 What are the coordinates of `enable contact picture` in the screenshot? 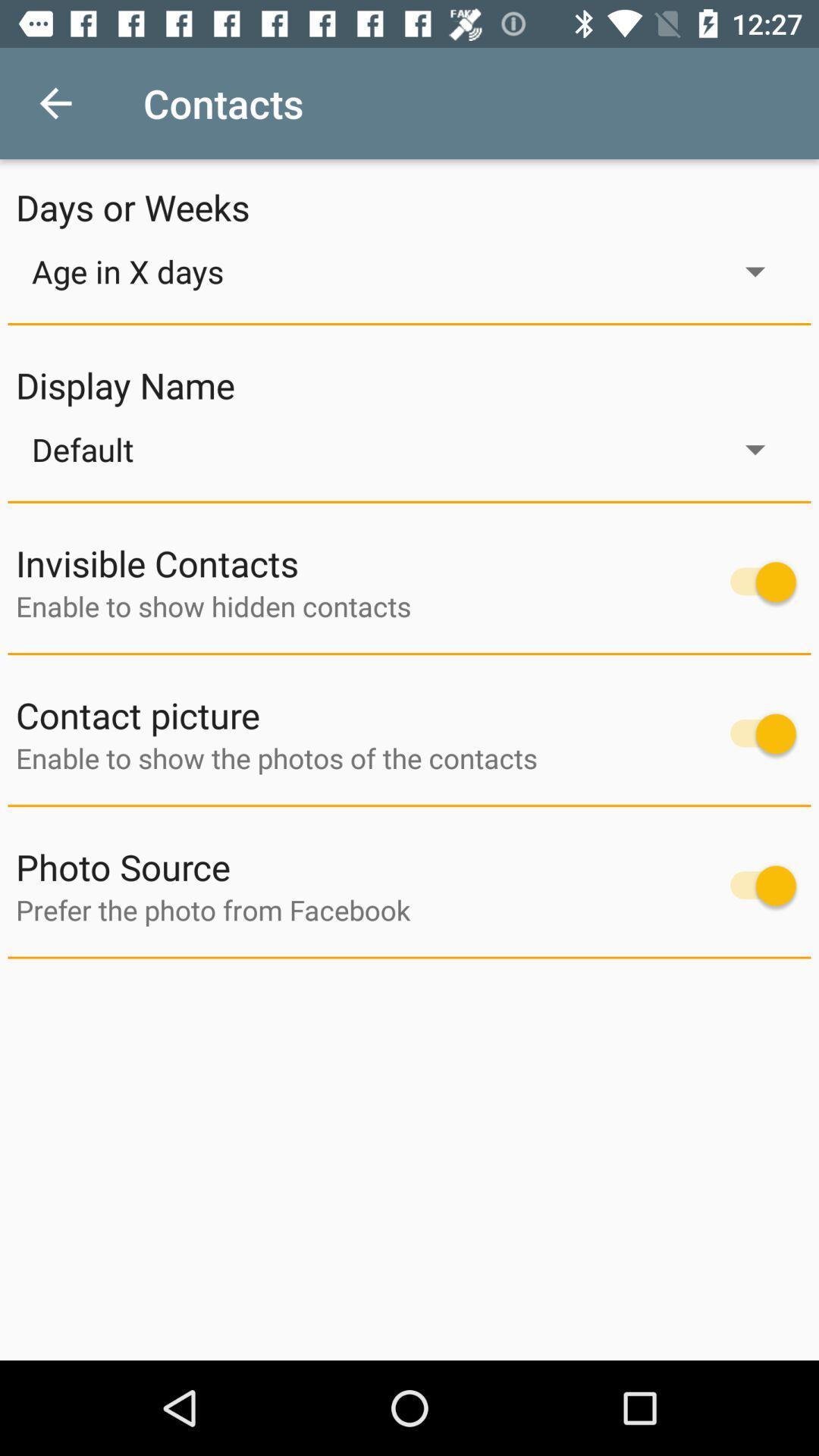 It's located at (755, 733).